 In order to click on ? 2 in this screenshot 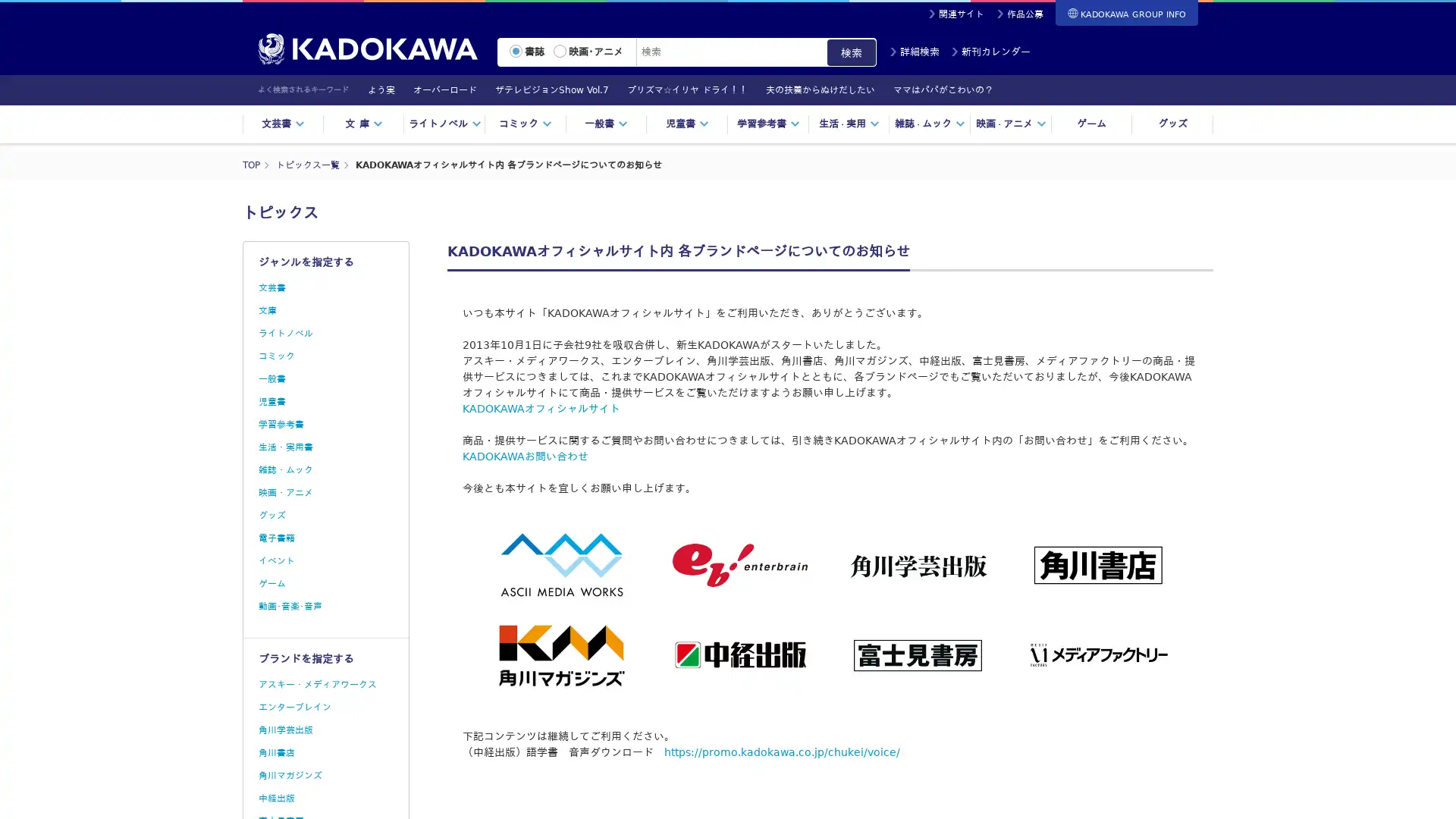, I will do `click(761, 114)`.